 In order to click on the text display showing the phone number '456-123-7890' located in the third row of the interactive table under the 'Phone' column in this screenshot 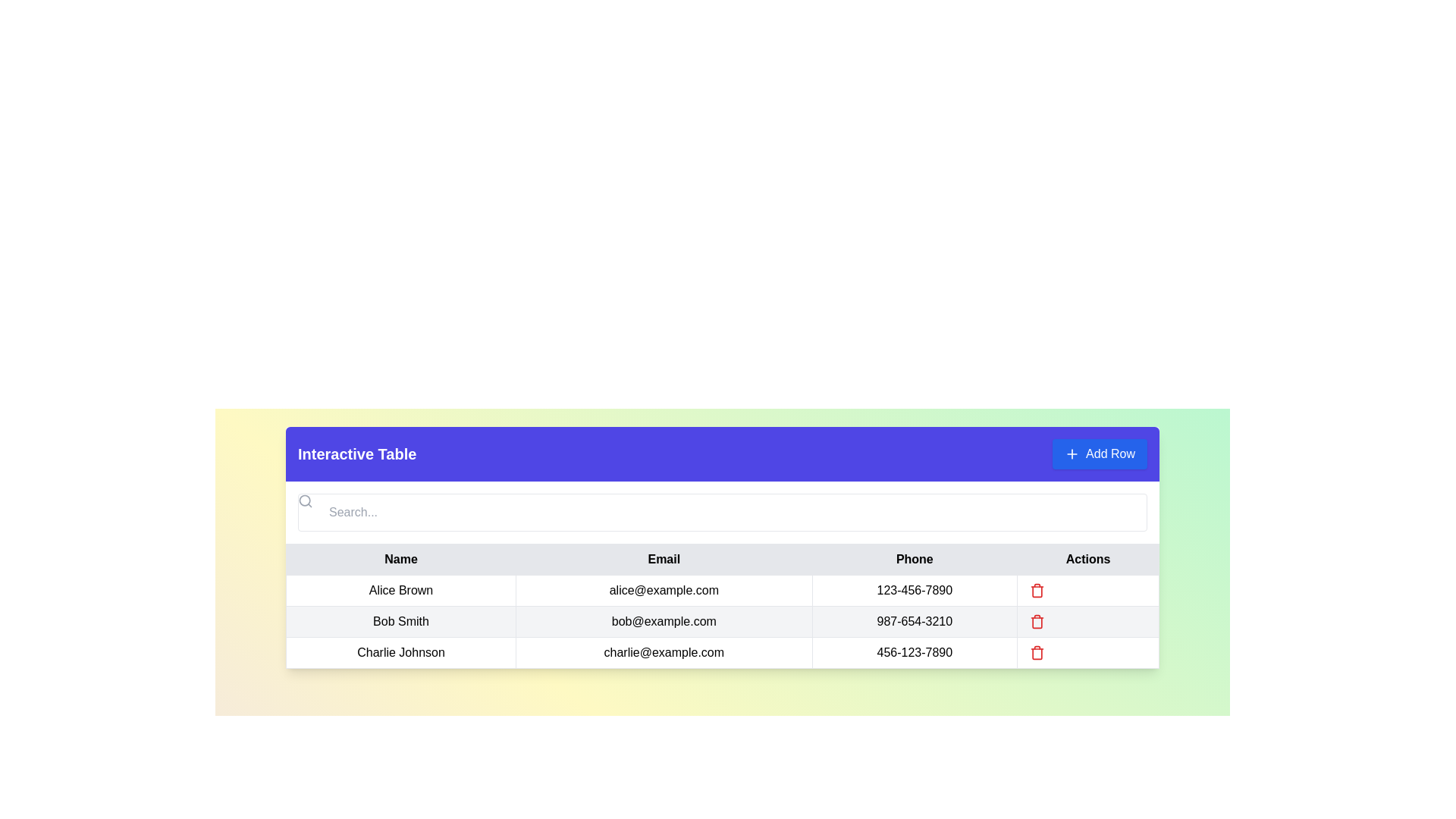, I will do `click(914, 651)`.